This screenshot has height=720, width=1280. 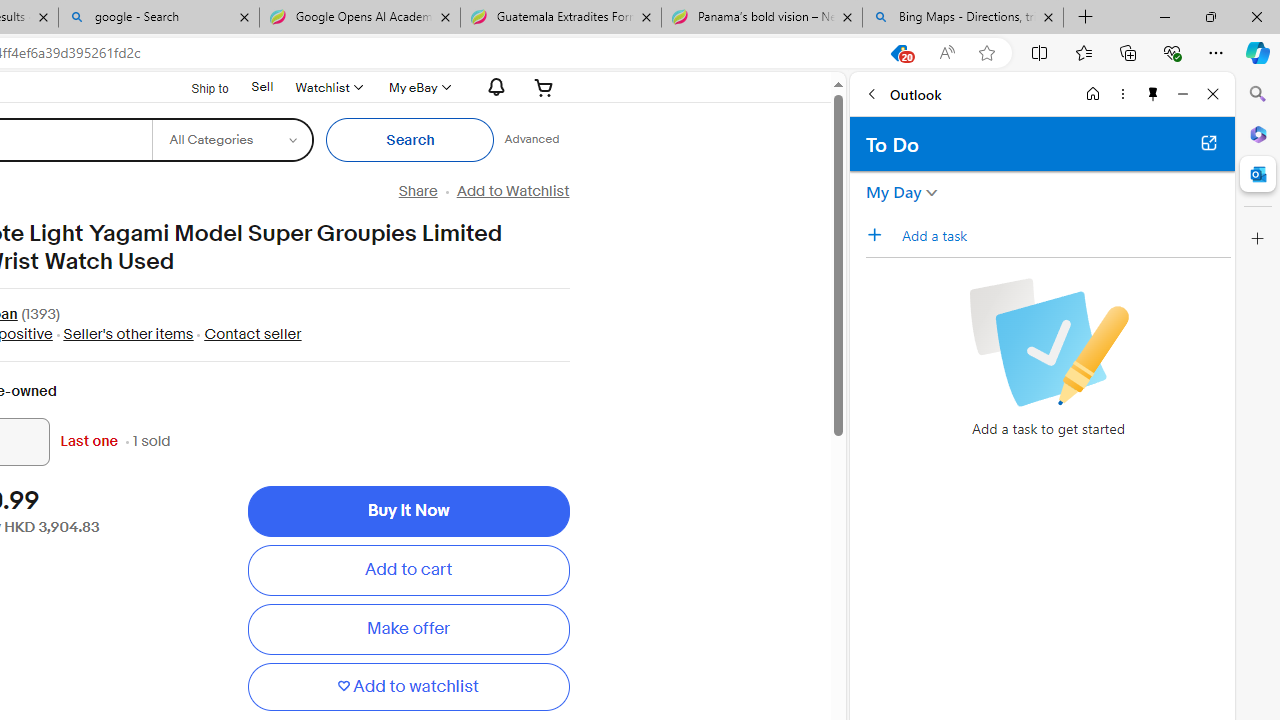 What do you see at coordinates (197, 87) in the screenshot?
I see `'Ship to'` at bounding box center [197, 87].